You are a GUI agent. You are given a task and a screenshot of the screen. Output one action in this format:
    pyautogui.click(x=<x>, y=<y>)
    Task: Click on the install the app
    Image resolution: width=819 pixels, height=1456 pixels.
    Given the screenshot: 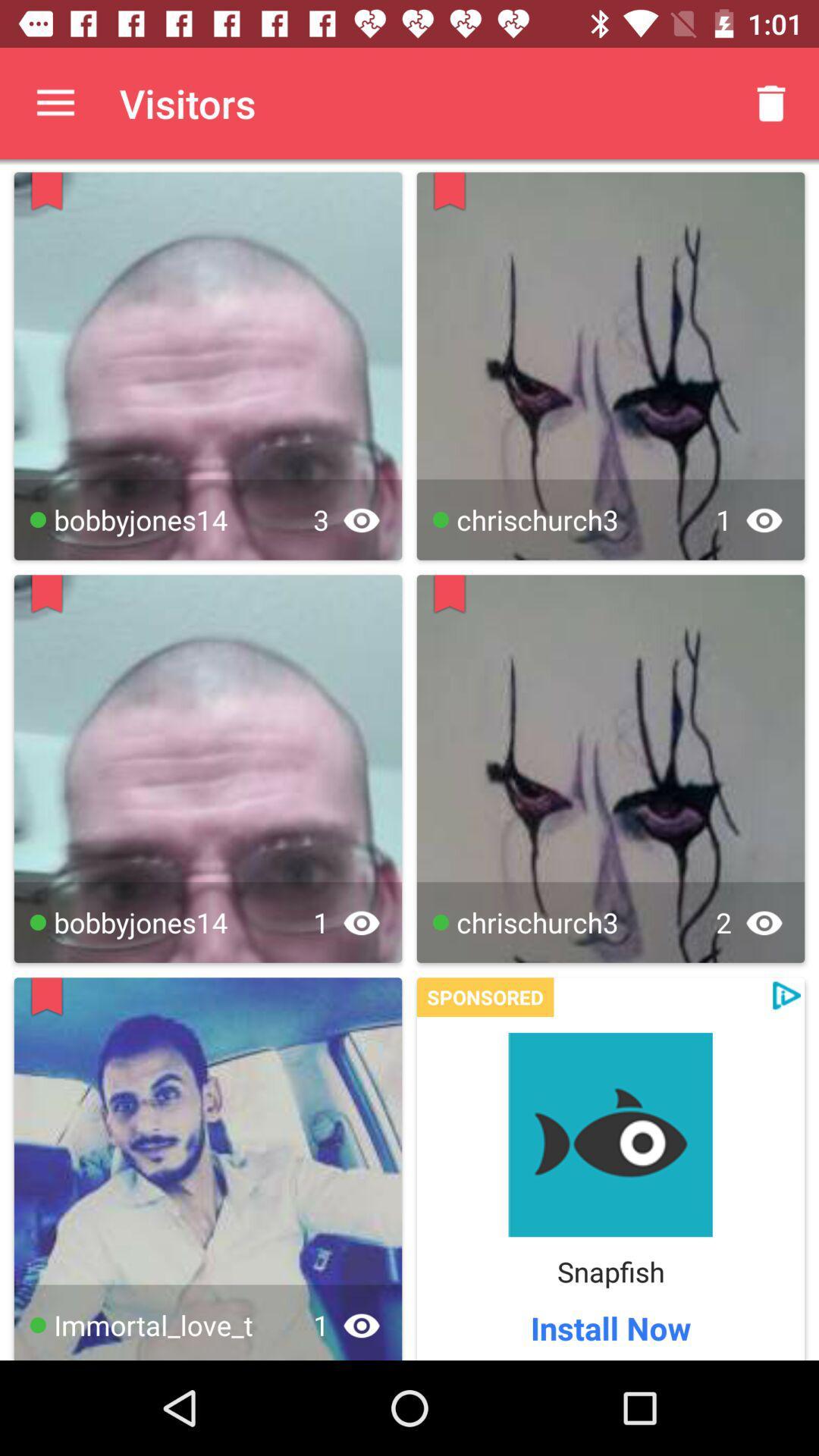 What is the action you would take?
    pyautogui.click(x=610, y=1134)
    